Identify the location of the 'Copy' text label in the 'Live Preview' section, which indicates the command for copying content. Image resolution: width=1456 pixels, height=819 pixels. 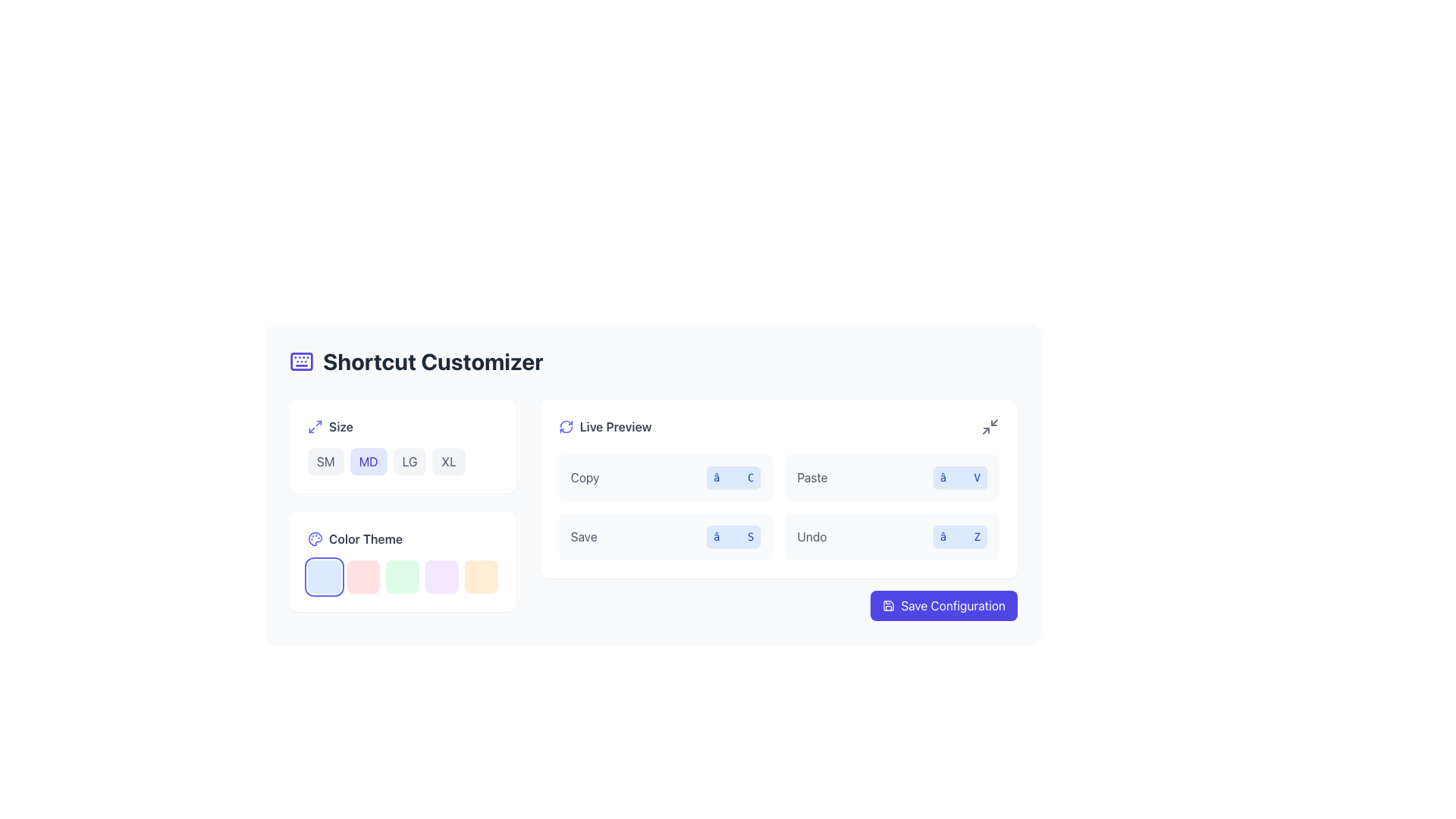
(584, 476).